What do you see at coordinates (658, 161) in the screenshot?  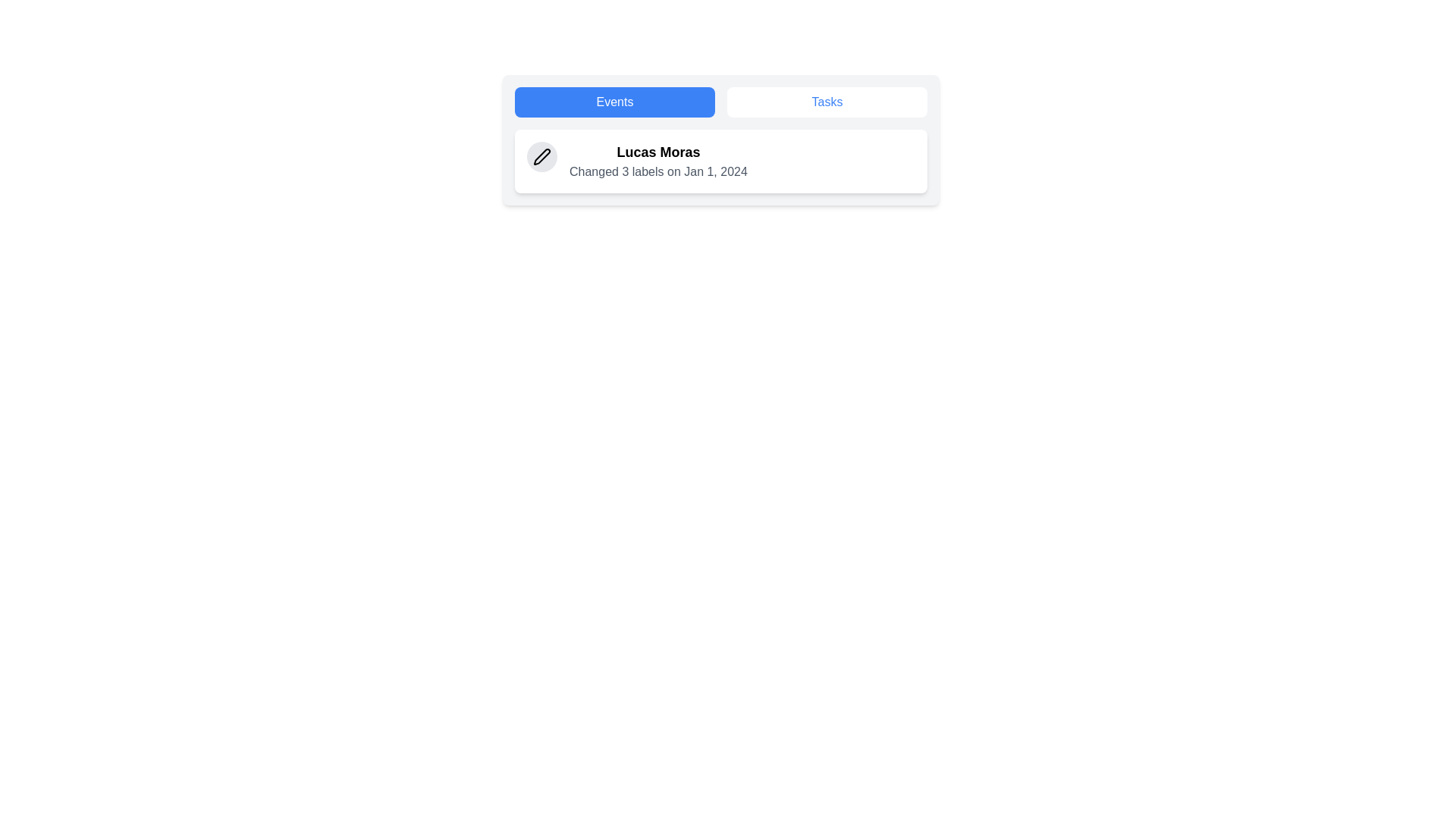 I see `the text component displaying 'Lucas Moras' and 'Changed 3 labels on Jan 1, 2024' to read its content` at bounding box center [658, 161].